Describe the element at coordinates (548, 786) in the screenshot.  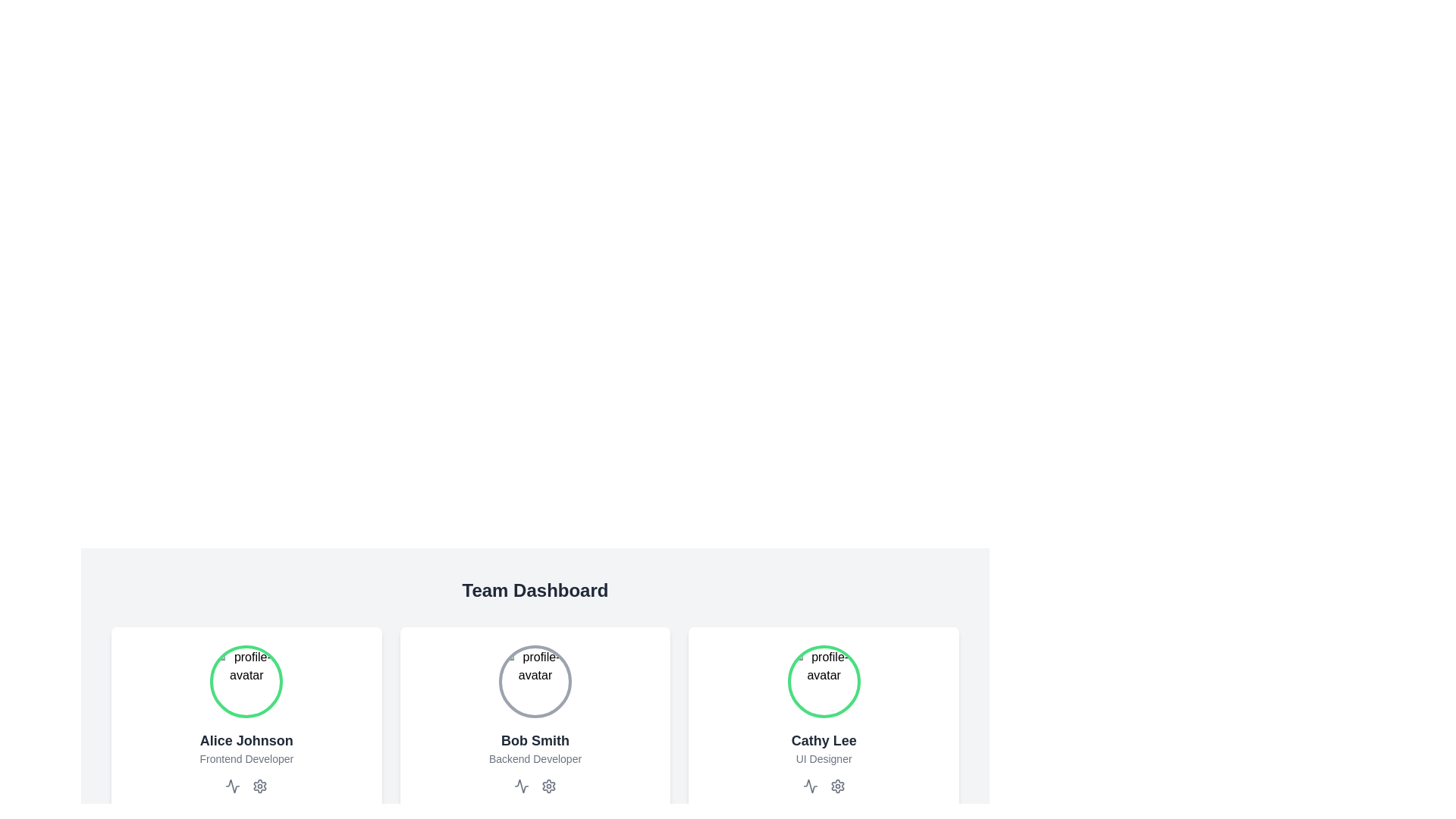
I see `the settings button for user 'Bob Smith' to change its color` at that location.